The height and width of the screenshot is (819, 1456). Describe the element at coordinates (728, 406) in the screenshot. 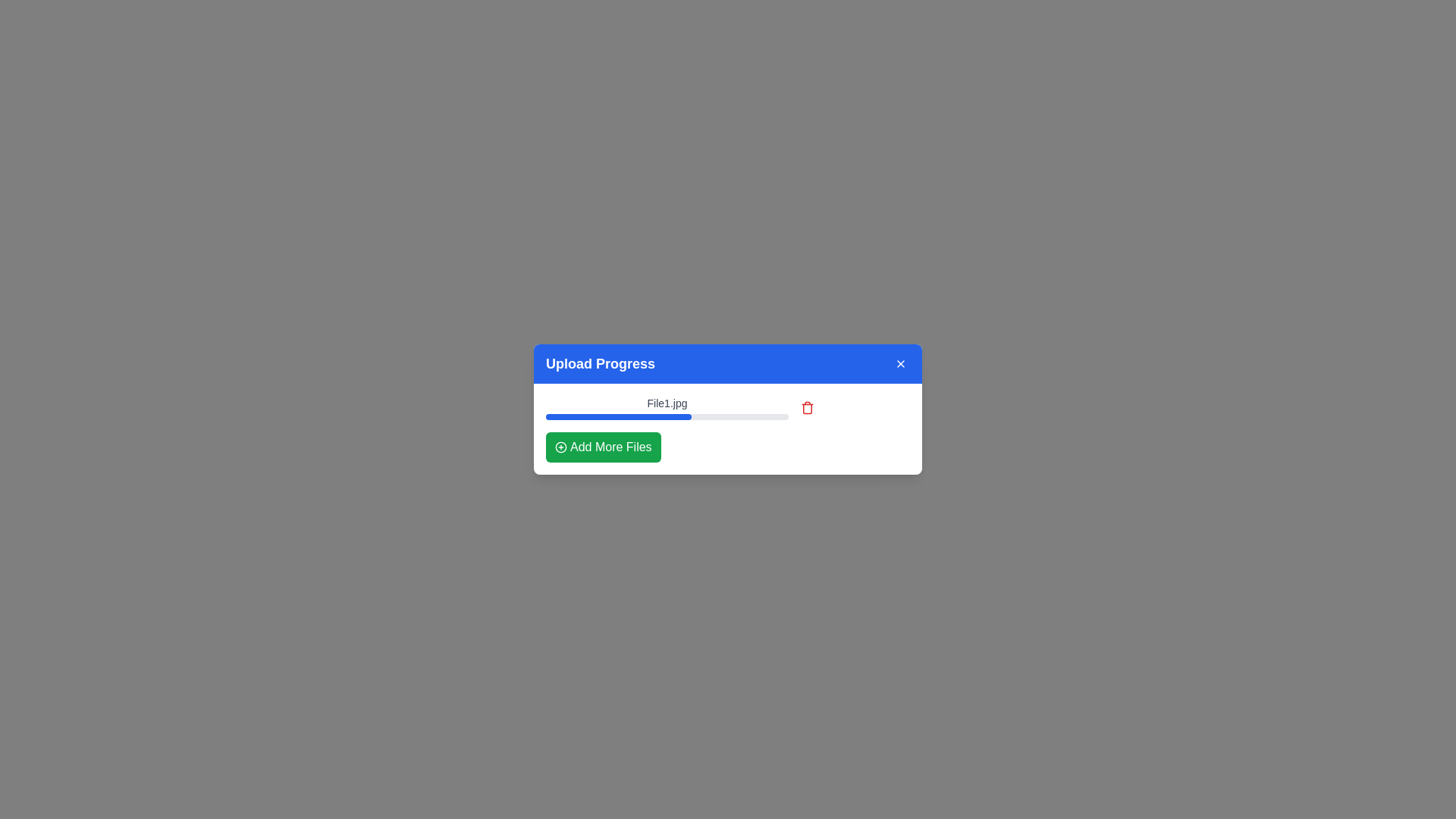

I see `the progress status of the upload represented by the blue-filled segment of the progress bar for 'File1.jpg', located below the 'Upload Progress' header` at that location.